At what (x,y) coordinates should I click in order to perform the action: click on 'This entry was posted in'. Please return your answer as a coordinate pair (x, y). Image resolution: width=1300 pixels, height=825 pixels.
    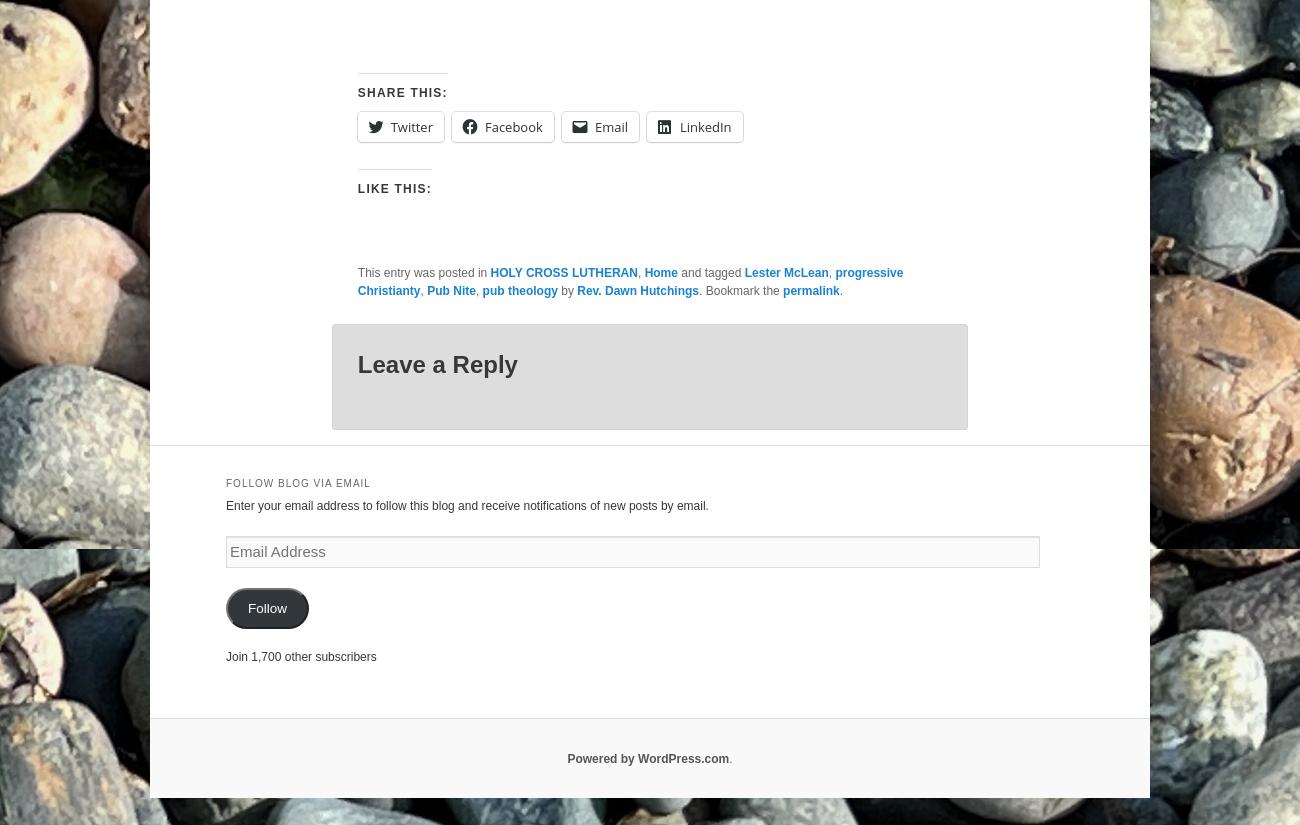
    Looking at the image, I should click on (423, 271).